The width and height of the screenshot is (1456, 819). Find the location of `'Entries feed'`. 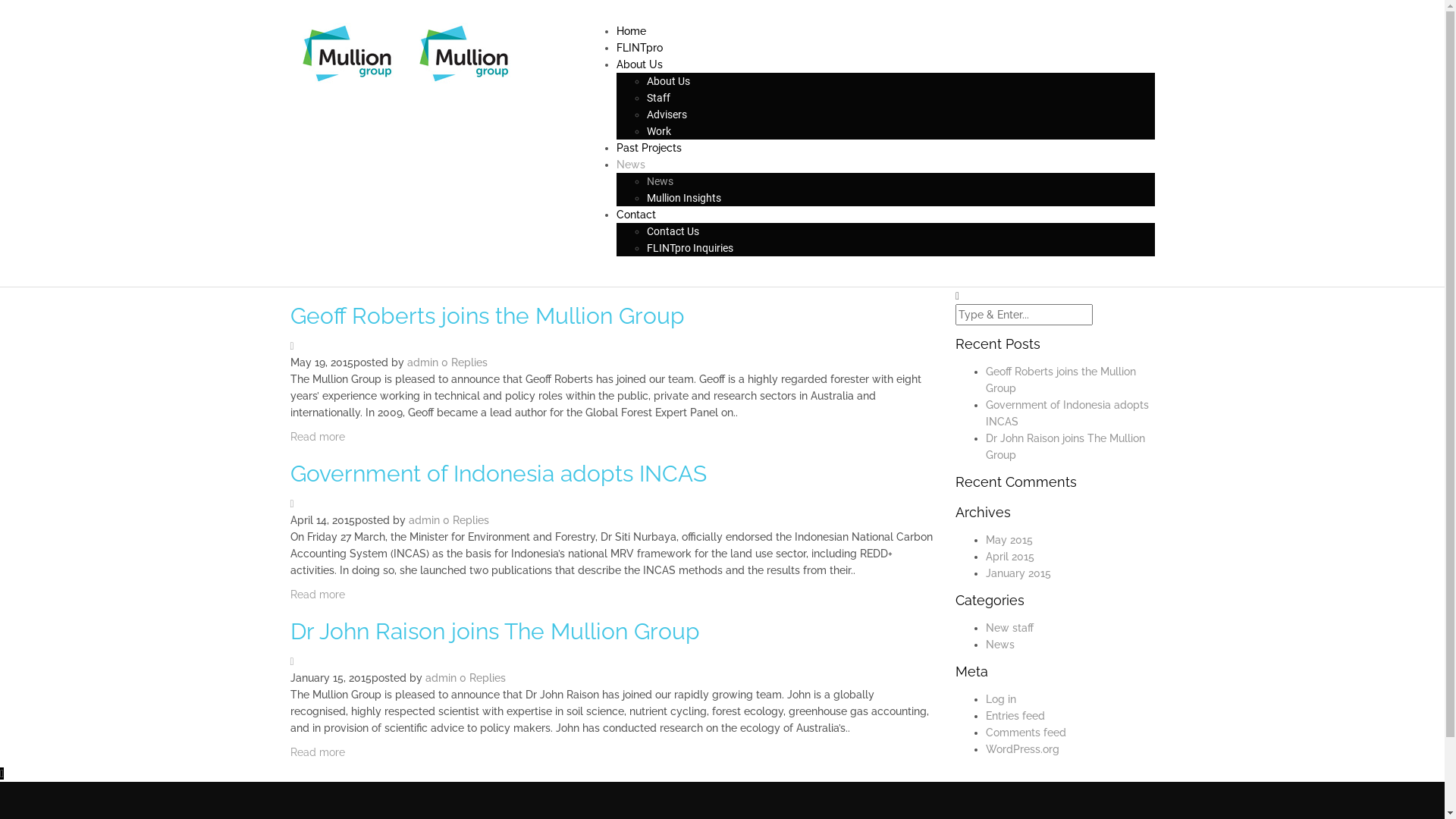

'Entries feed' is located at coordinates (1015, 716).